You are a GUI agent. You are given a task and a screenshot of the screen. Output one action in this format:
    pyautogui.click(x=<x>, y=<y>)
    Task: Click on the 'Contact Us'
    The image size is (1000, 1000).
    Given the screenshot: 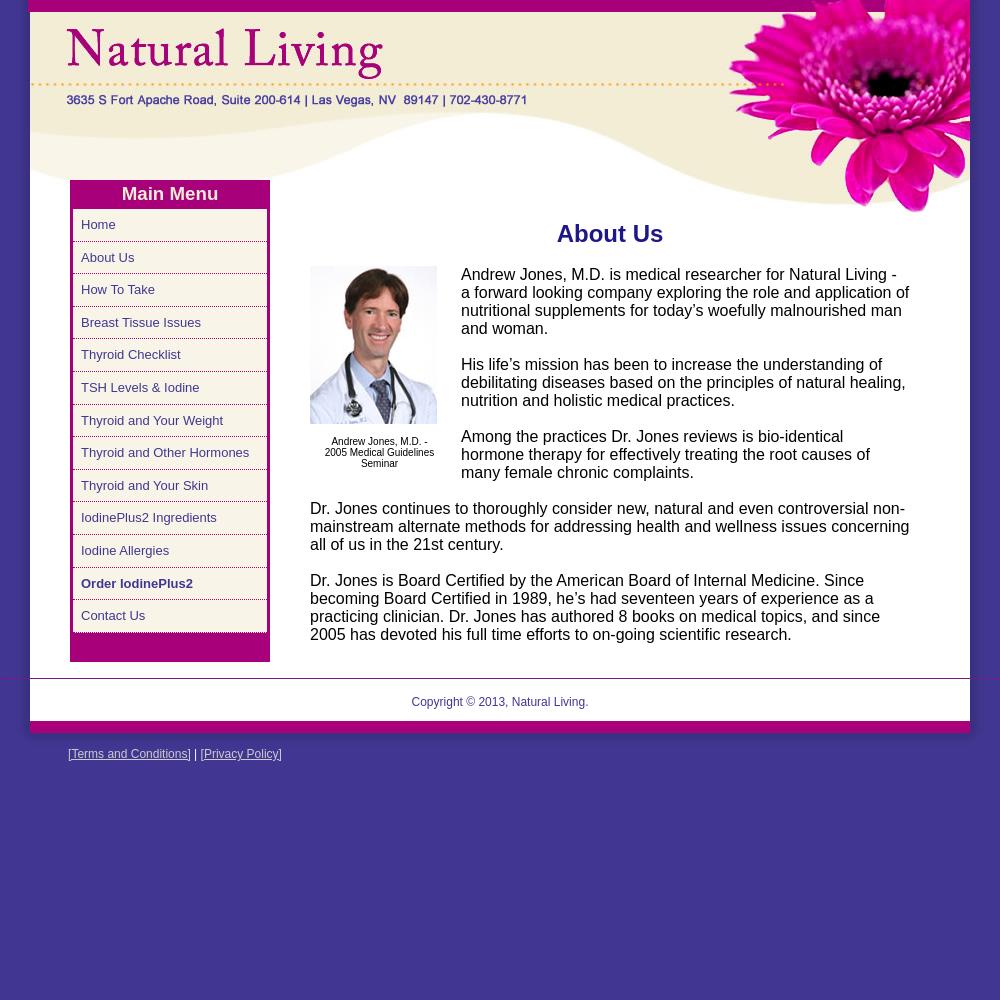 What is the action you would take?
    pyautogui.click(x=112, y=614)
    